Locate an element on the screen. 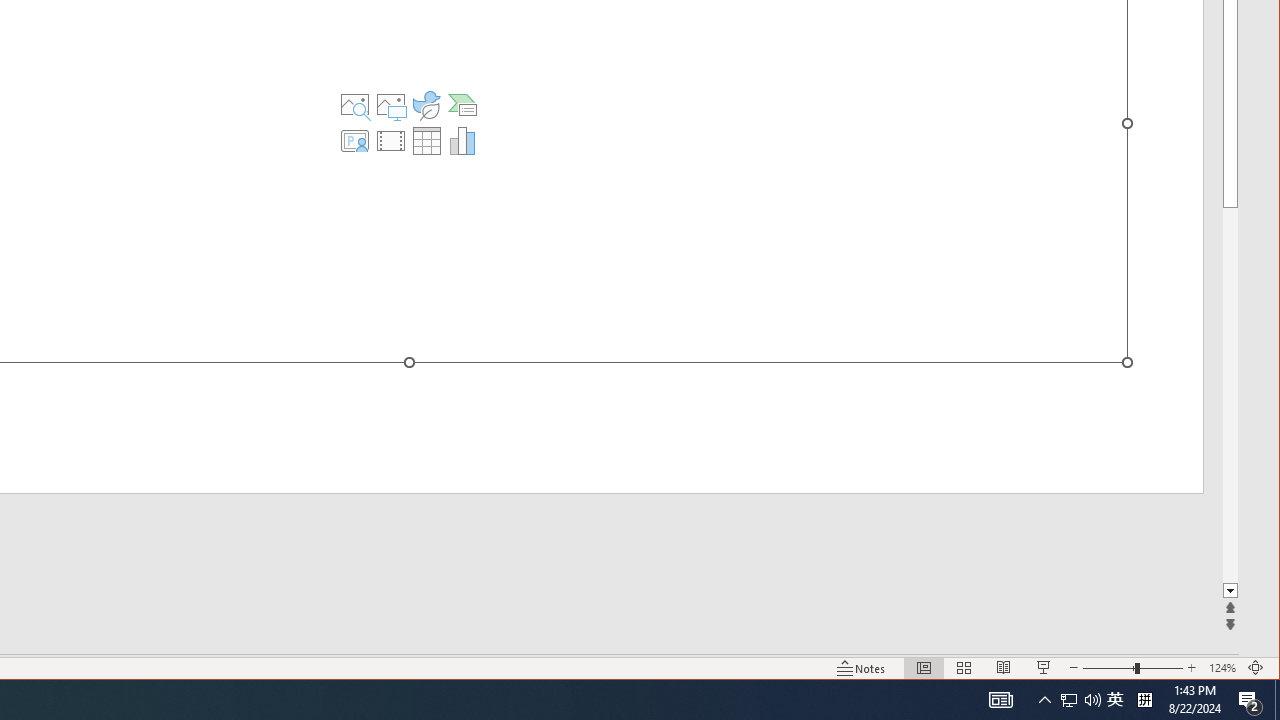 This screenshot has width=1280, height=720. 'Insert an Icon' is located at coordinates (425, 105).